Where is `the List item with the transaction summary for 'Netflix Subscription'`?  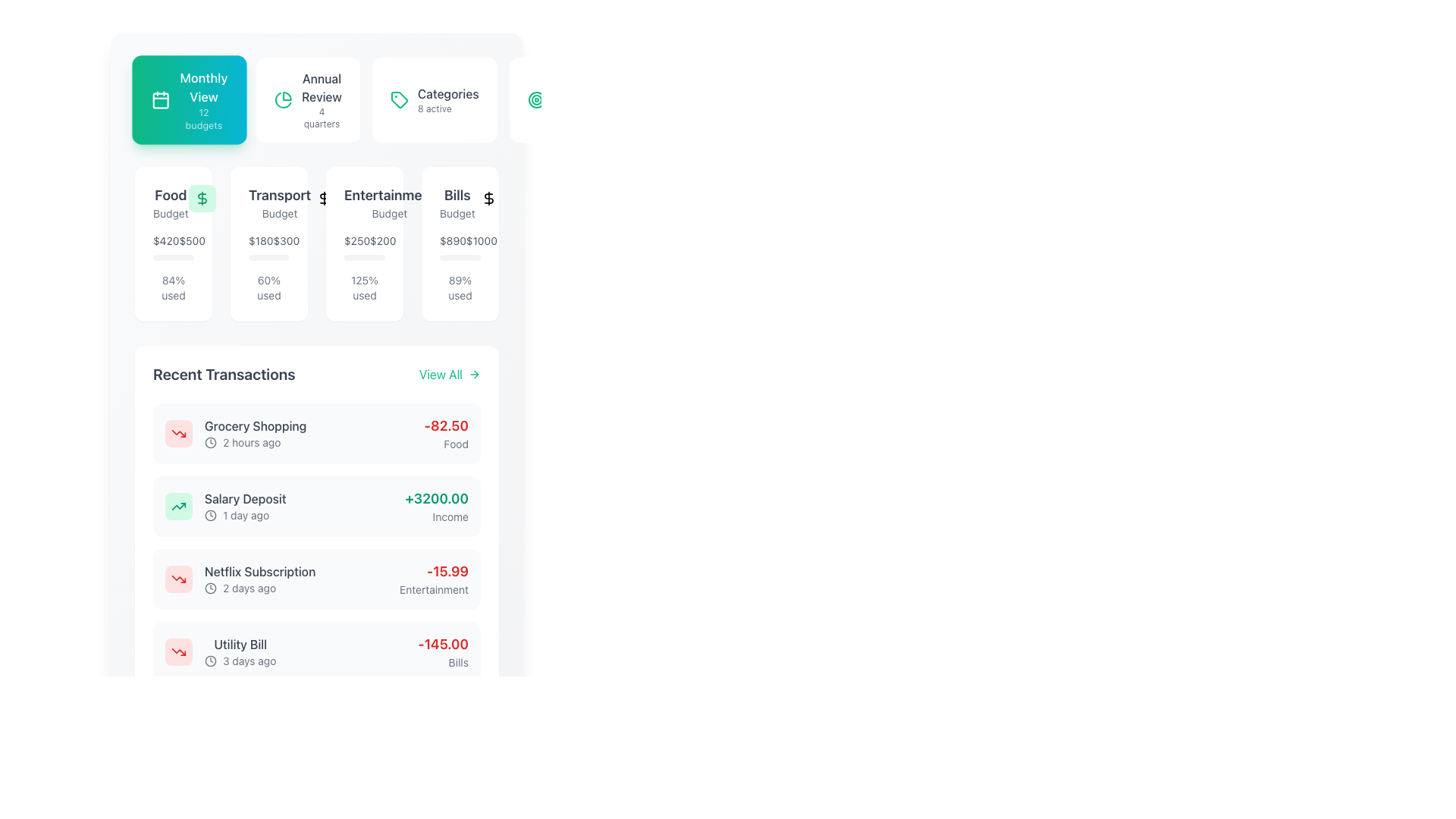
the List item with the transaction summary for 'Netflix Subscription' is located at coordinates (315, 579).